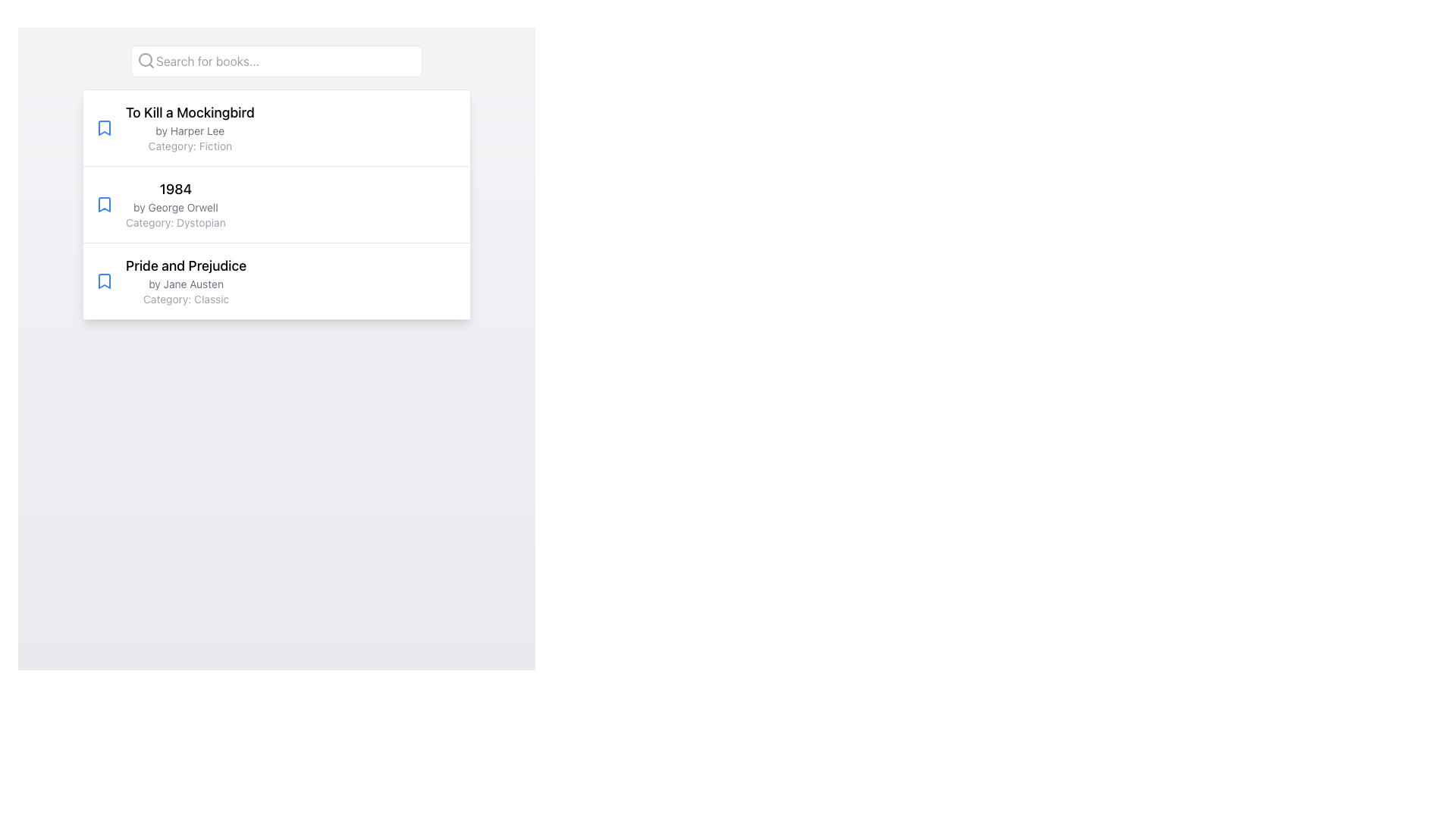 The width and height of the screenshot is (1456, 819). Describe the element at coordinates (146, 60) in the screenshot. I see `the magnifying glass icon representing the search function located at the top-left corner of the input box within the search bar` at that location.